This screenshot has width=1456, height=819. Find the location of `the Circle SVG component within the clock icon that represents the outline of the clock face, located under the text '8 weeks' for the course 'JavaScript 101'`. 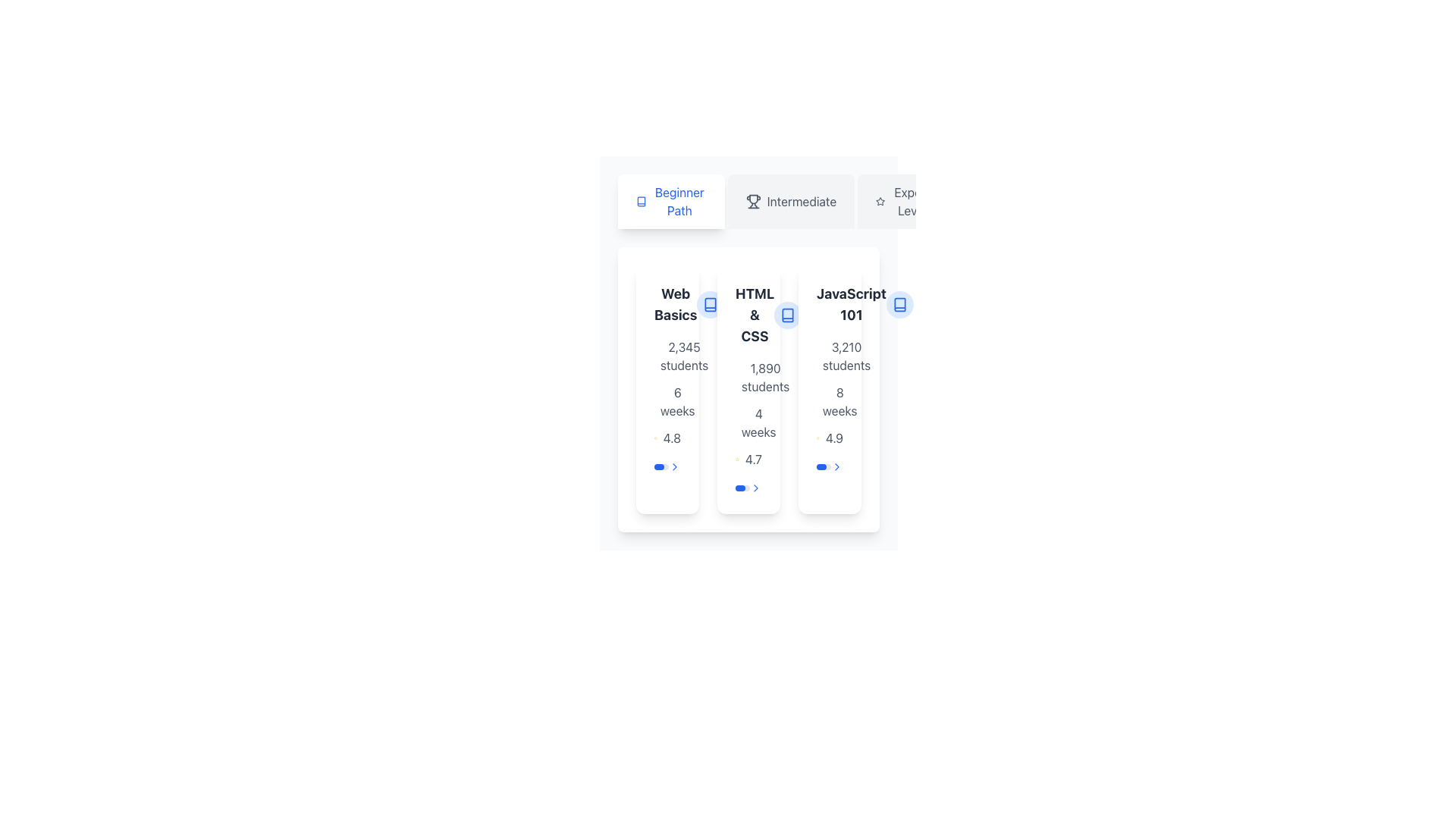

the Circle SVG component within the clock icon that represents the outline of the clock face, located under the text '8 weeks' for the course 'JavaScript 101' is located at coordinates (825, 403).